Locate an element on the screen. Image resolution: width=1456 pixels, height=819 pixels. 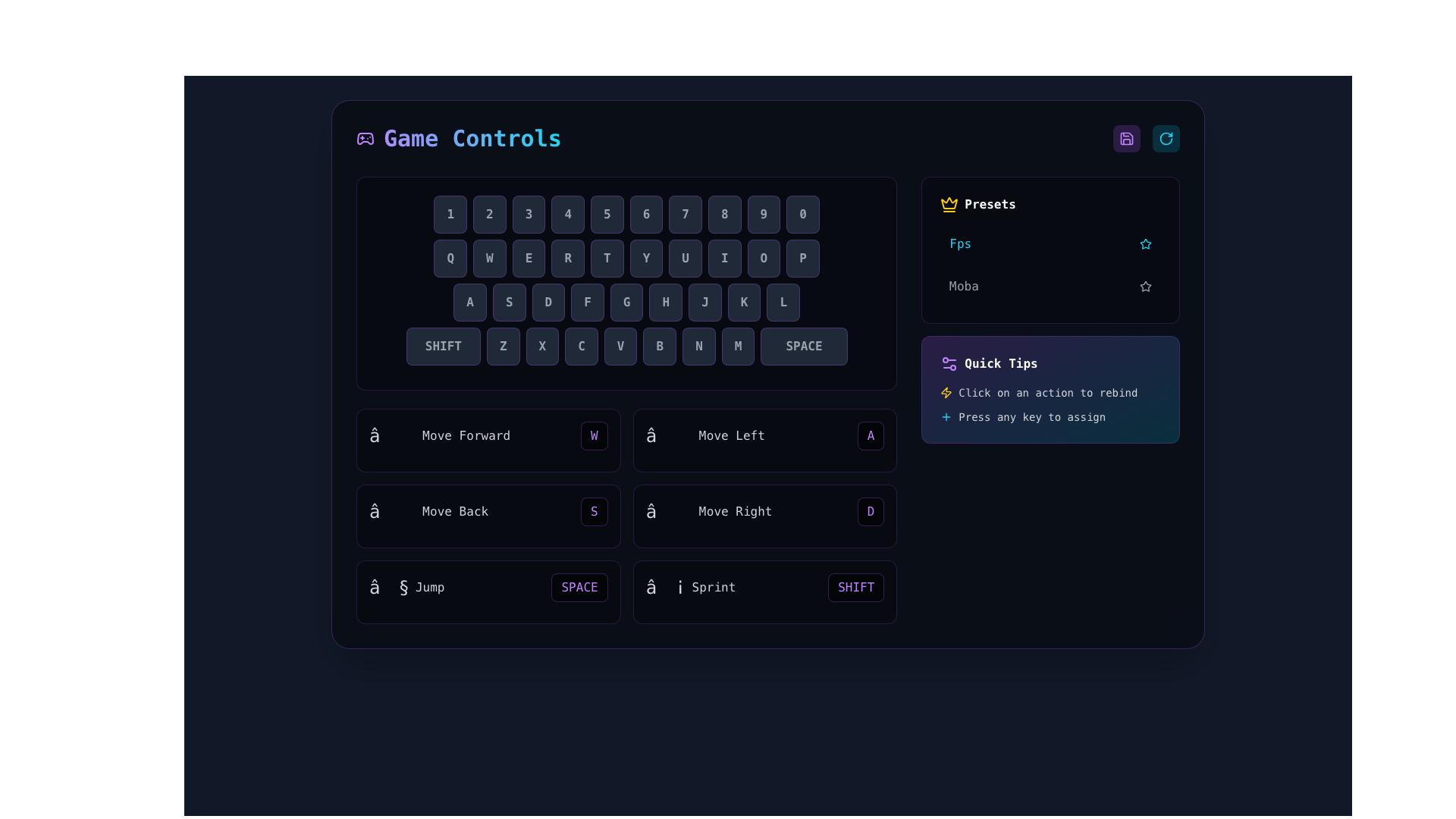
the arrow symbol ('→') that is part of the 'Move Right' control binding, located in the third row and fourth column of the grid layout is located at coordinates (668, 512).